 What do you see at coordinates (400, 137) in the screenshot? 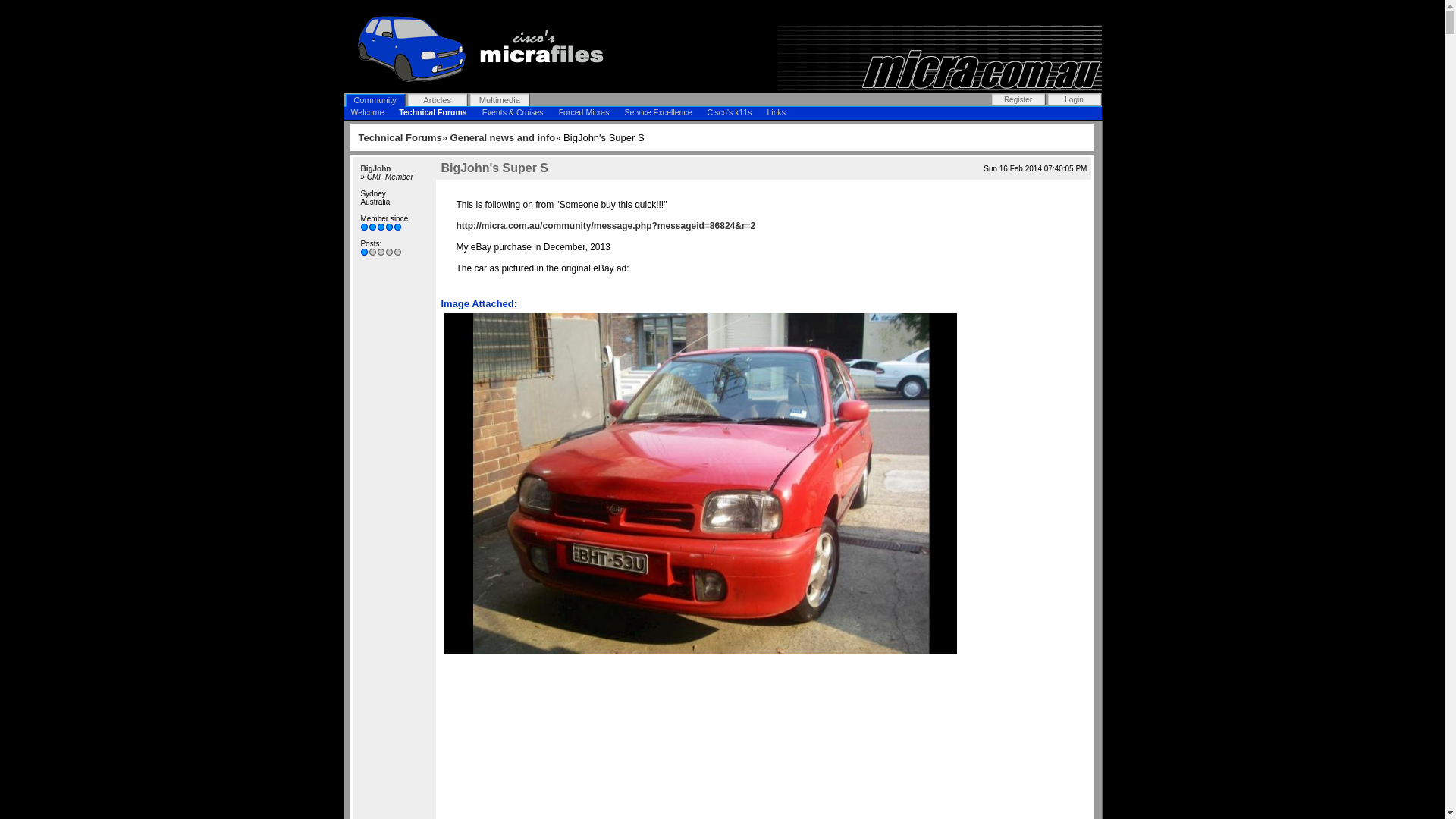
I see `'Technical Forums'` at bounding box center [400, 137].